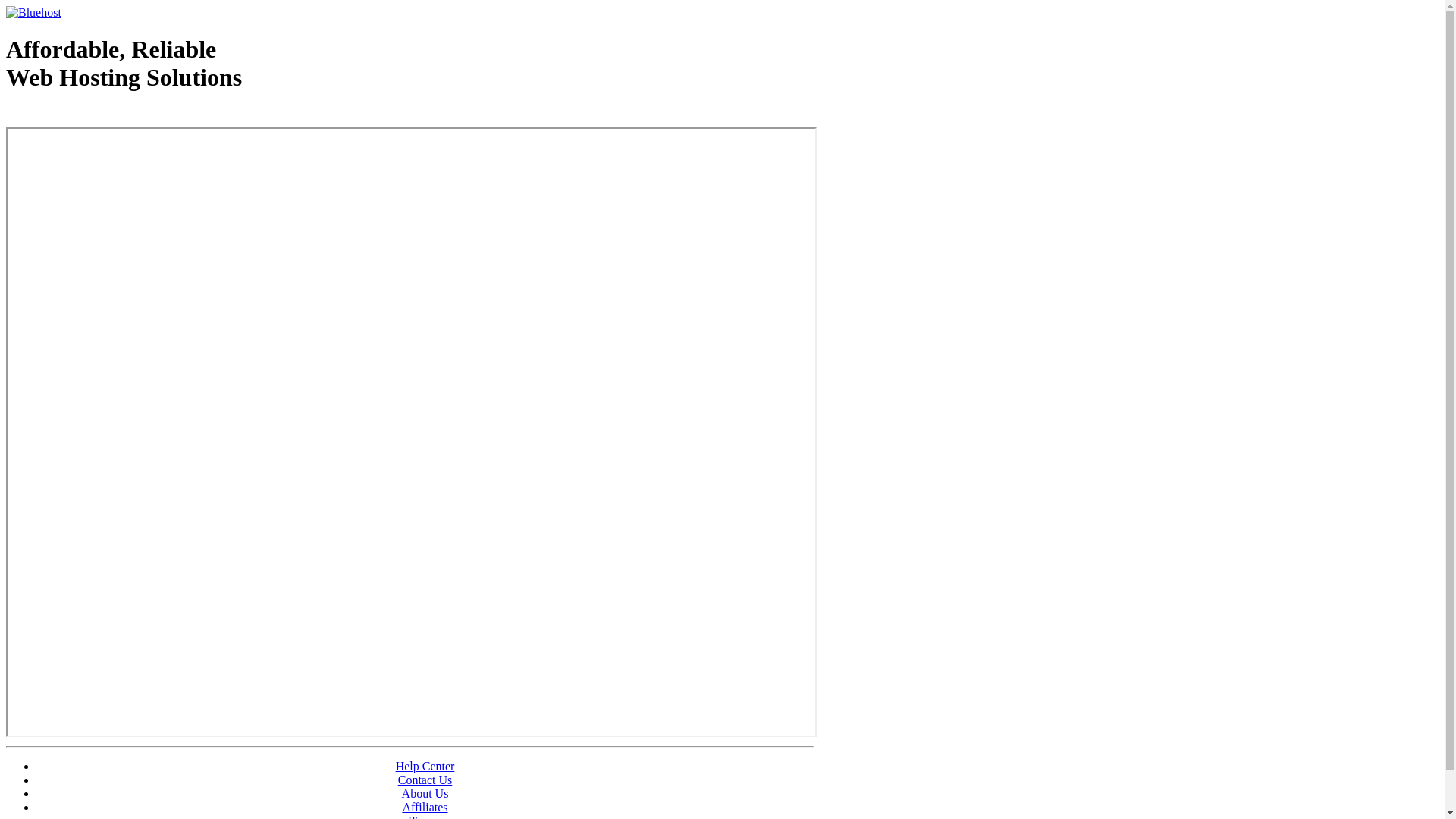 The width and height of the screenshot is (1456, 819). I want to click on 'Contact Us', so click(397, 780).